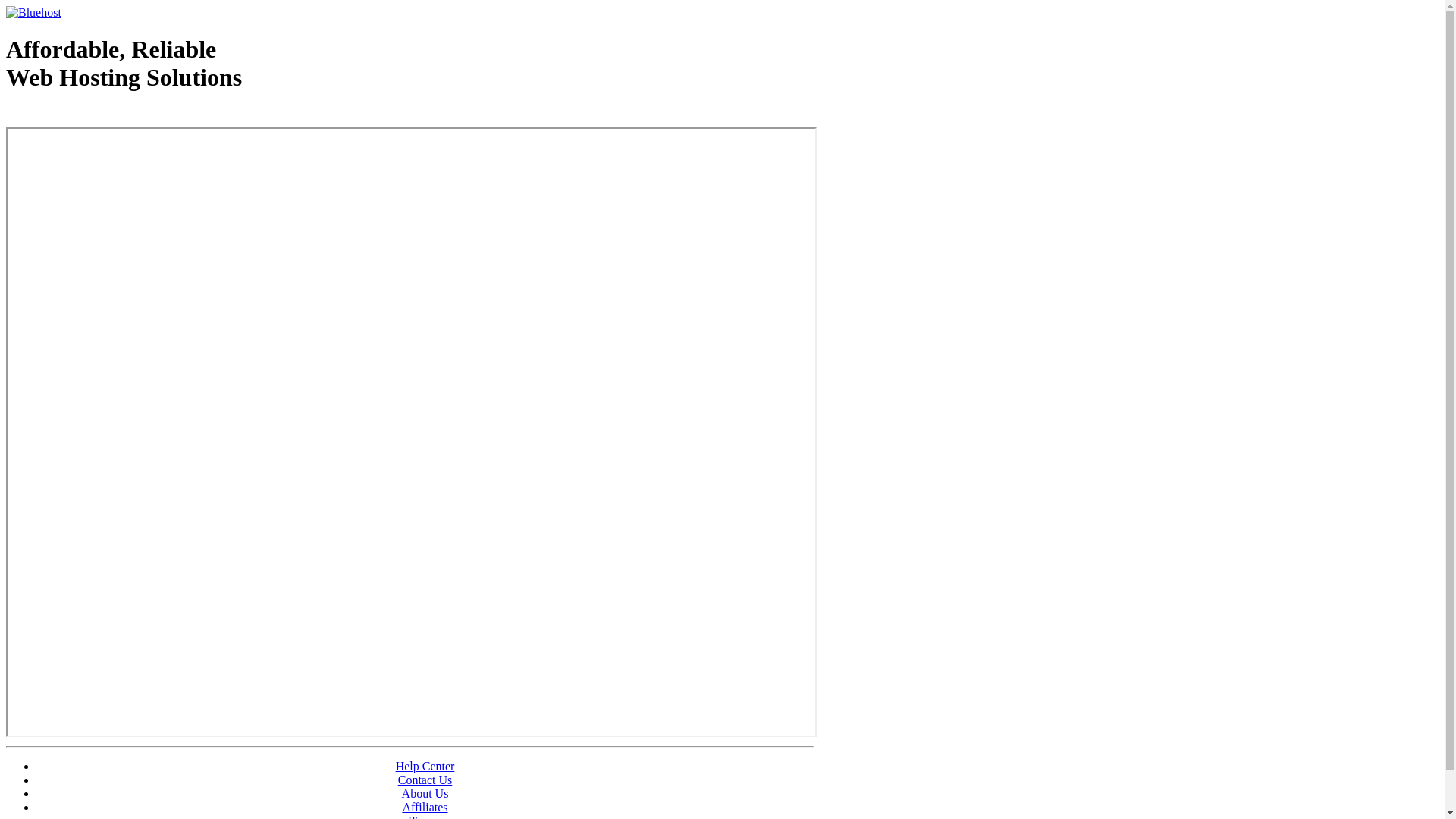 The width and height of the screenshot is (1456, 819). I want to click on 'Contact Us', so click(397, 780).